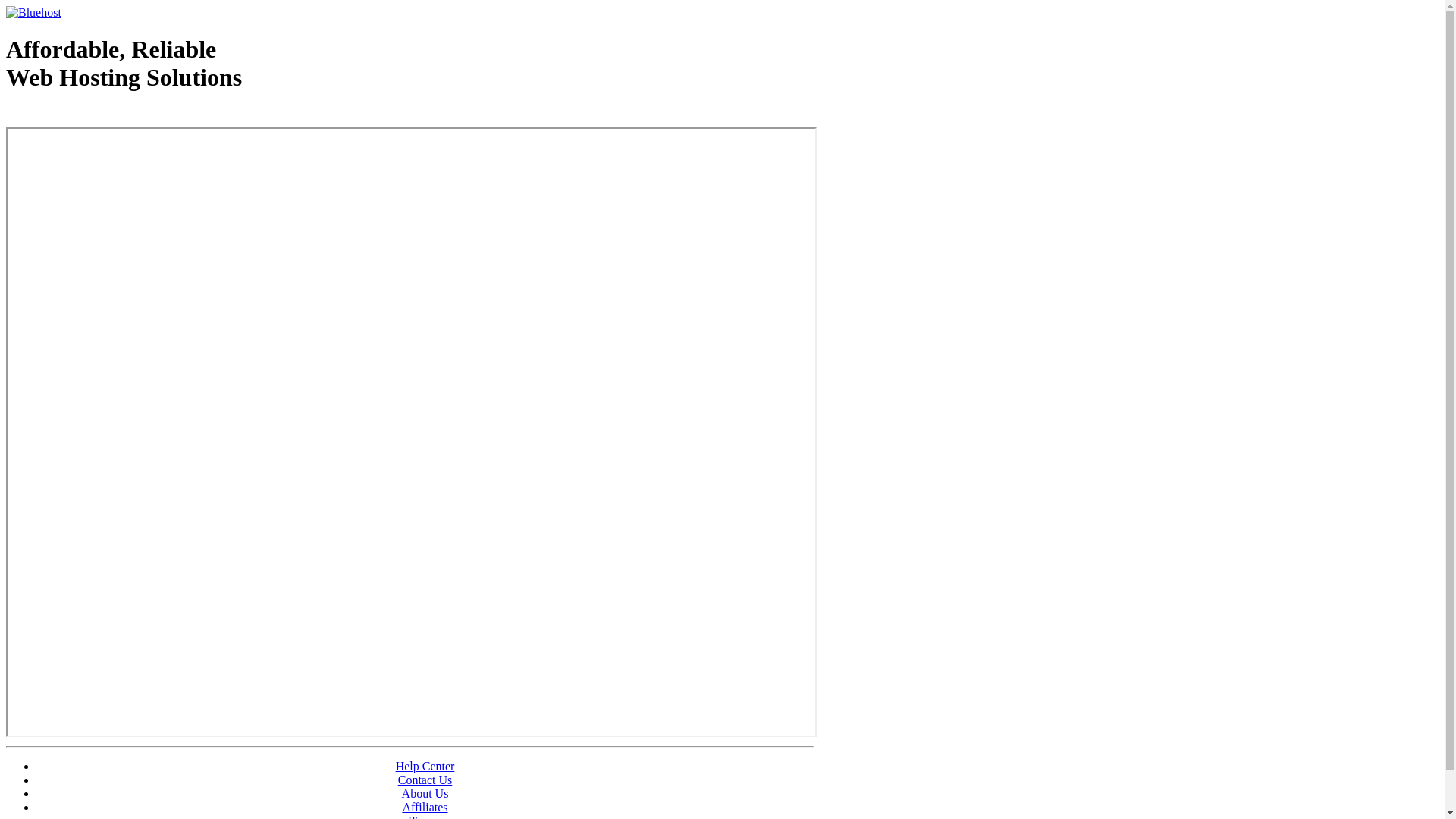 The width and height of the screenshot is (1456, 819). I want to click on 'Contact Us', so click(397, 780).